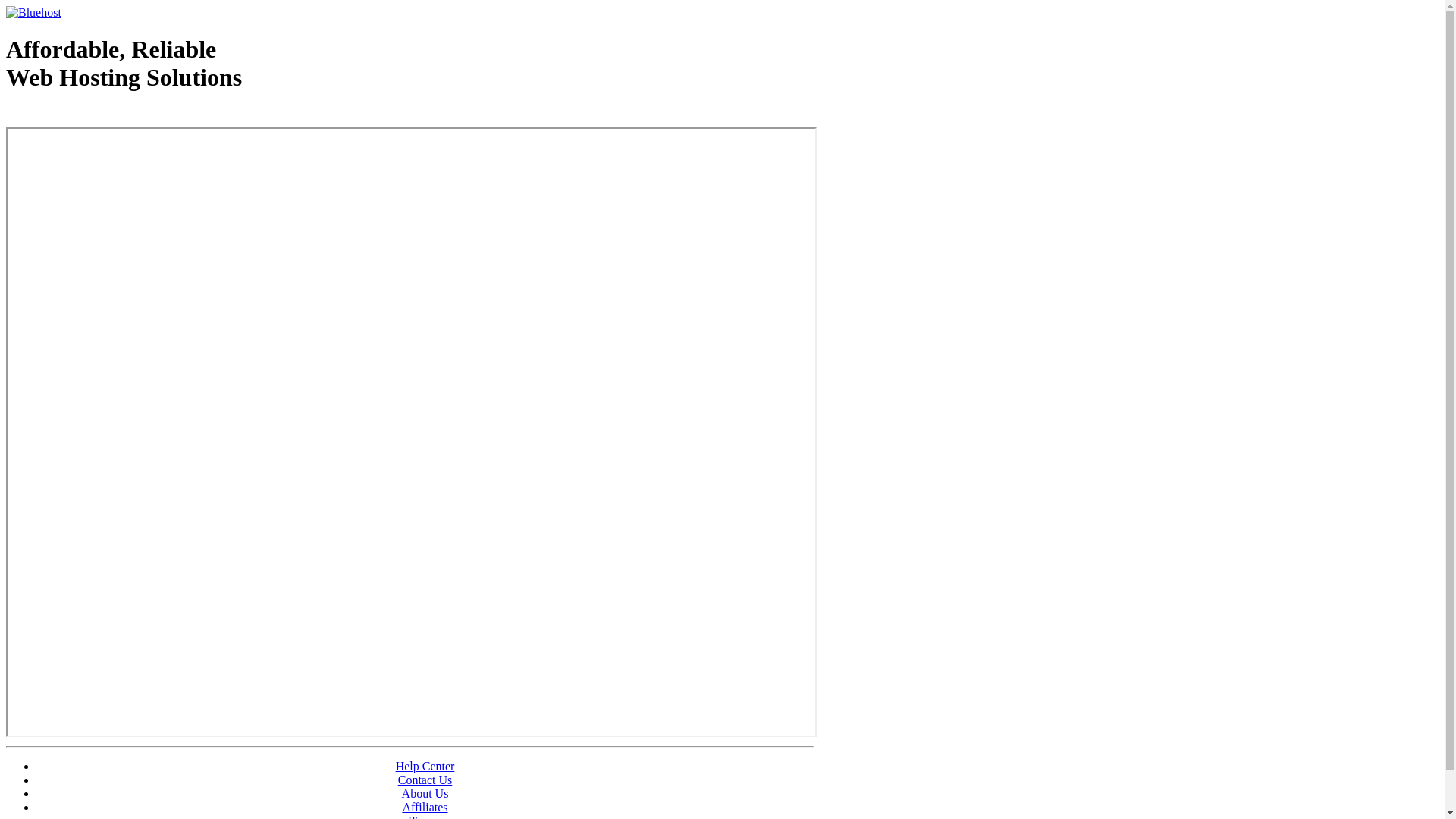 The width and height of the screenshot is (1456, 819). I want to click on 'Contact Us', so click(397, 780).